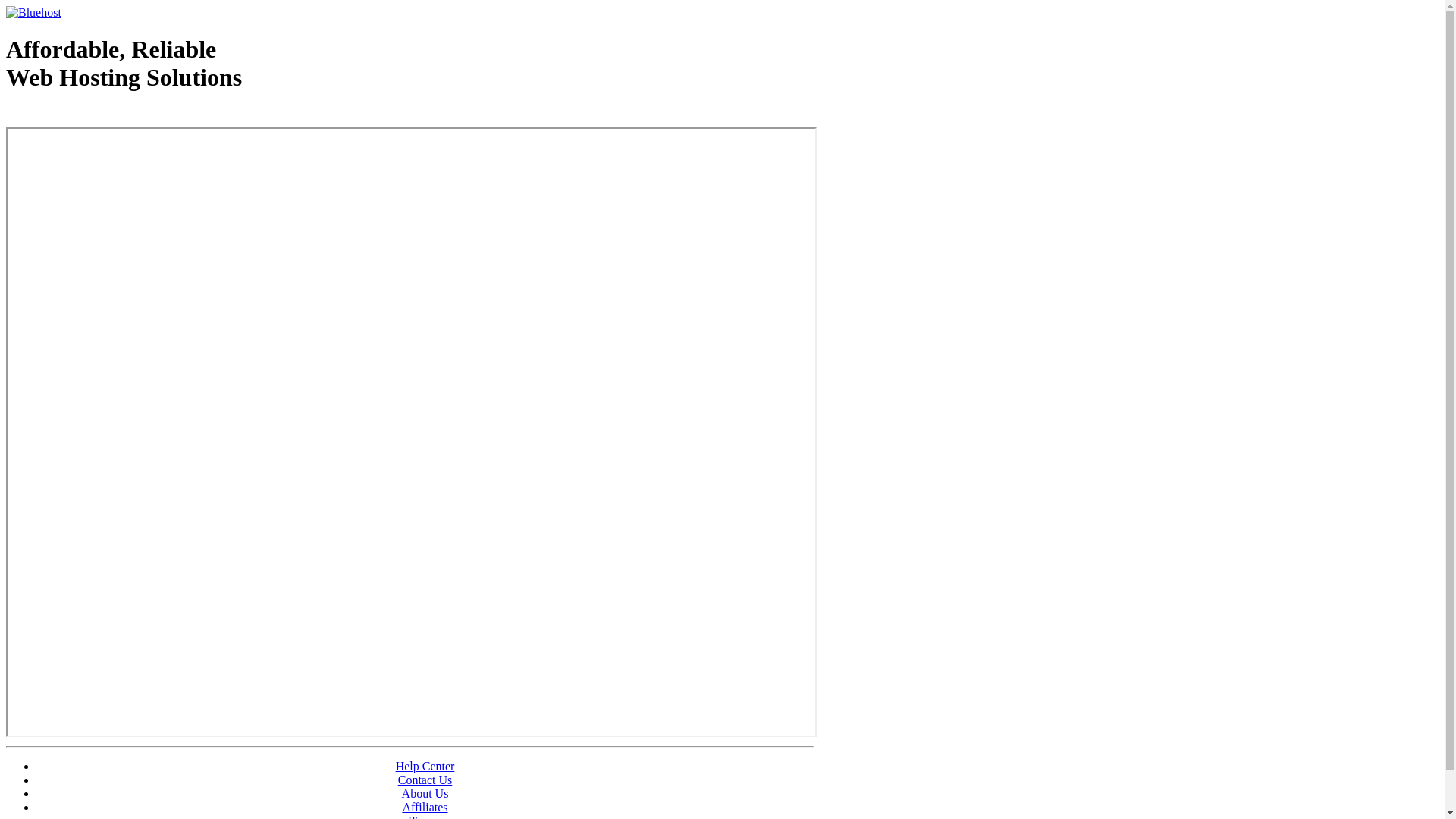 The width and height of the screenshot is (1456, 819). I want to click on 'Contact Us', so click(397, 780).